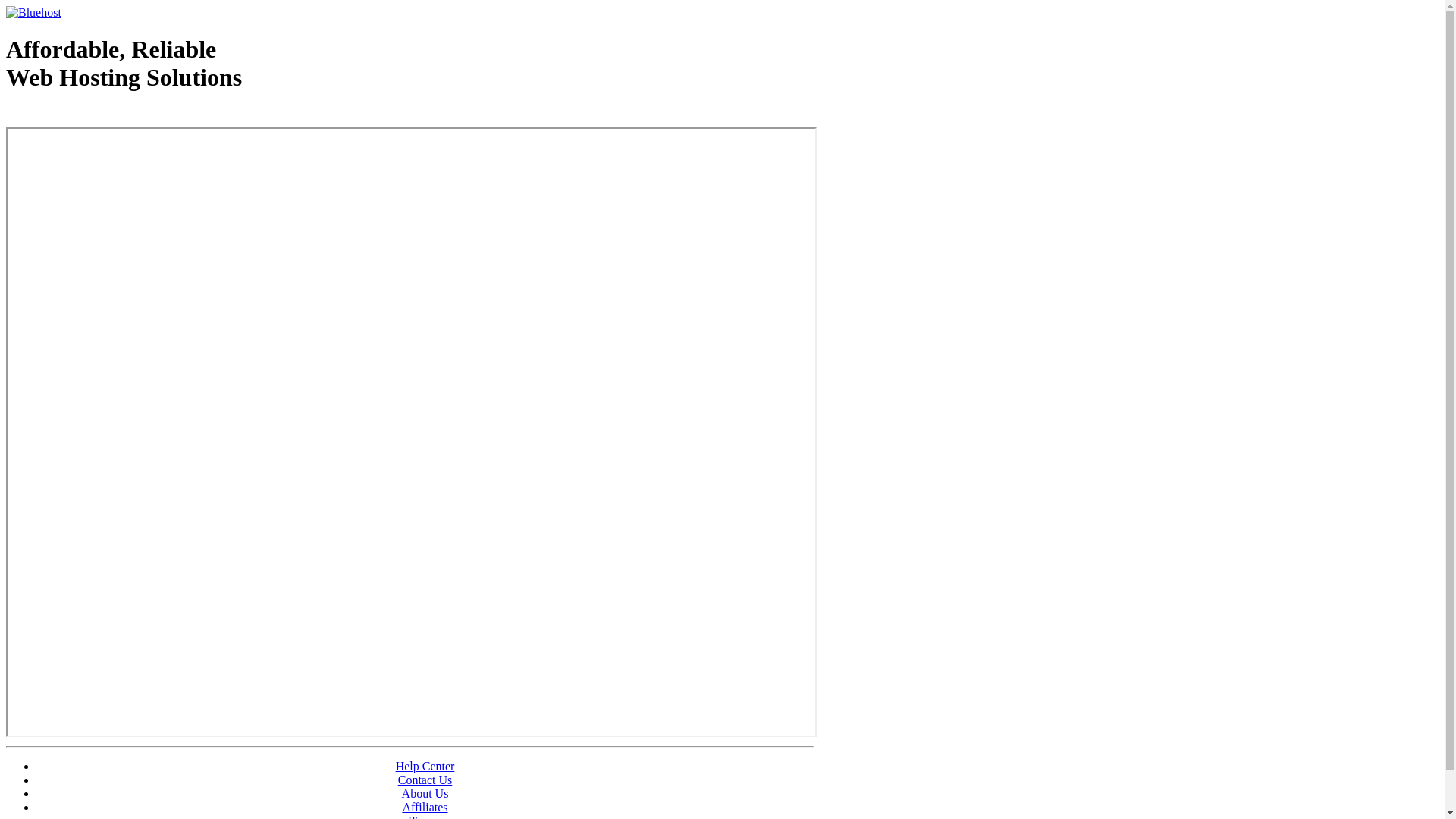 The width and height of the screenshot is (1456, 819). I want to click on 'Contact Us', so click(397, 780).